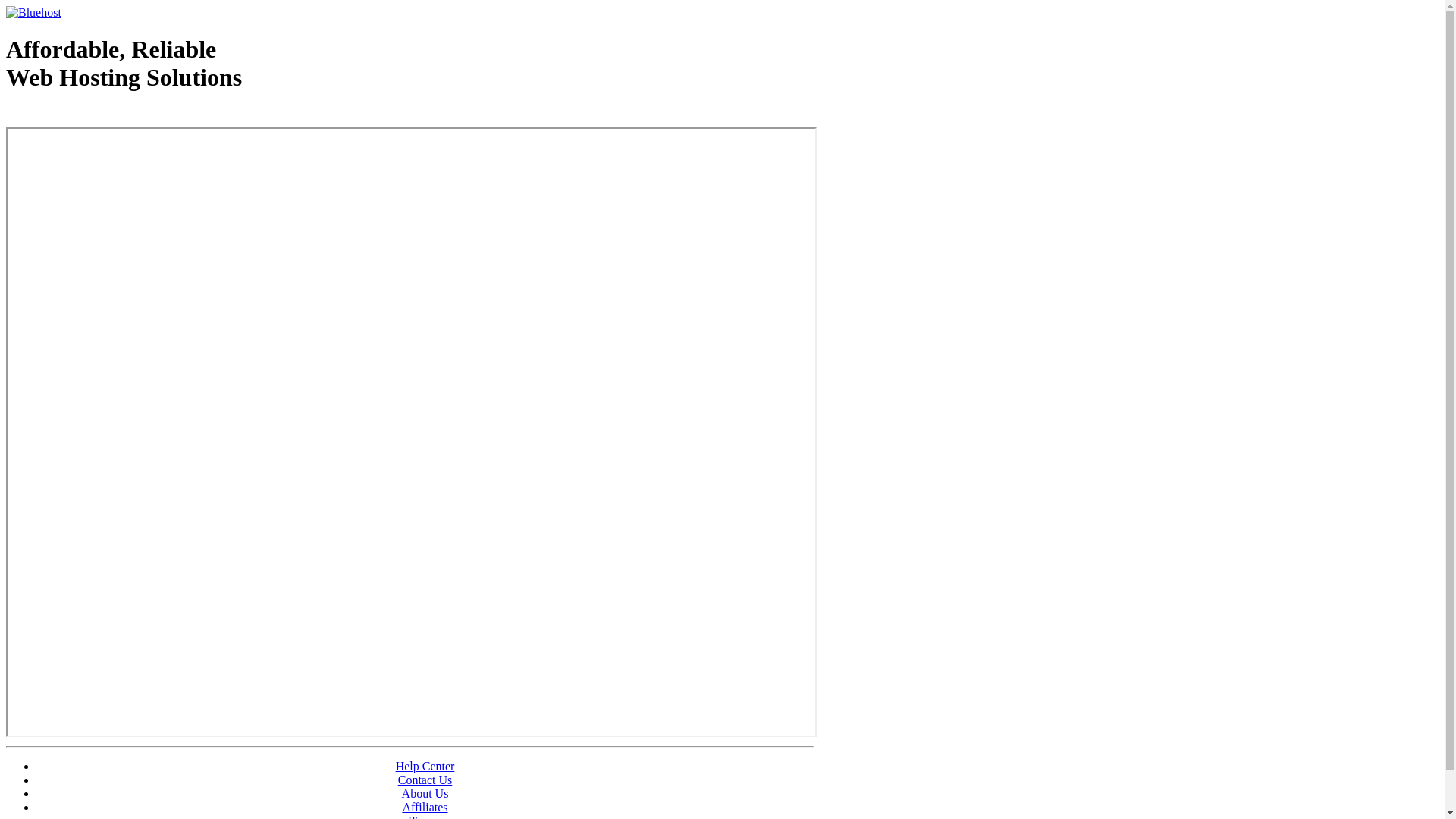 The width and height of the screenshot is (1456, 819). I want to click on 'Contact Us', so click(397, 780).